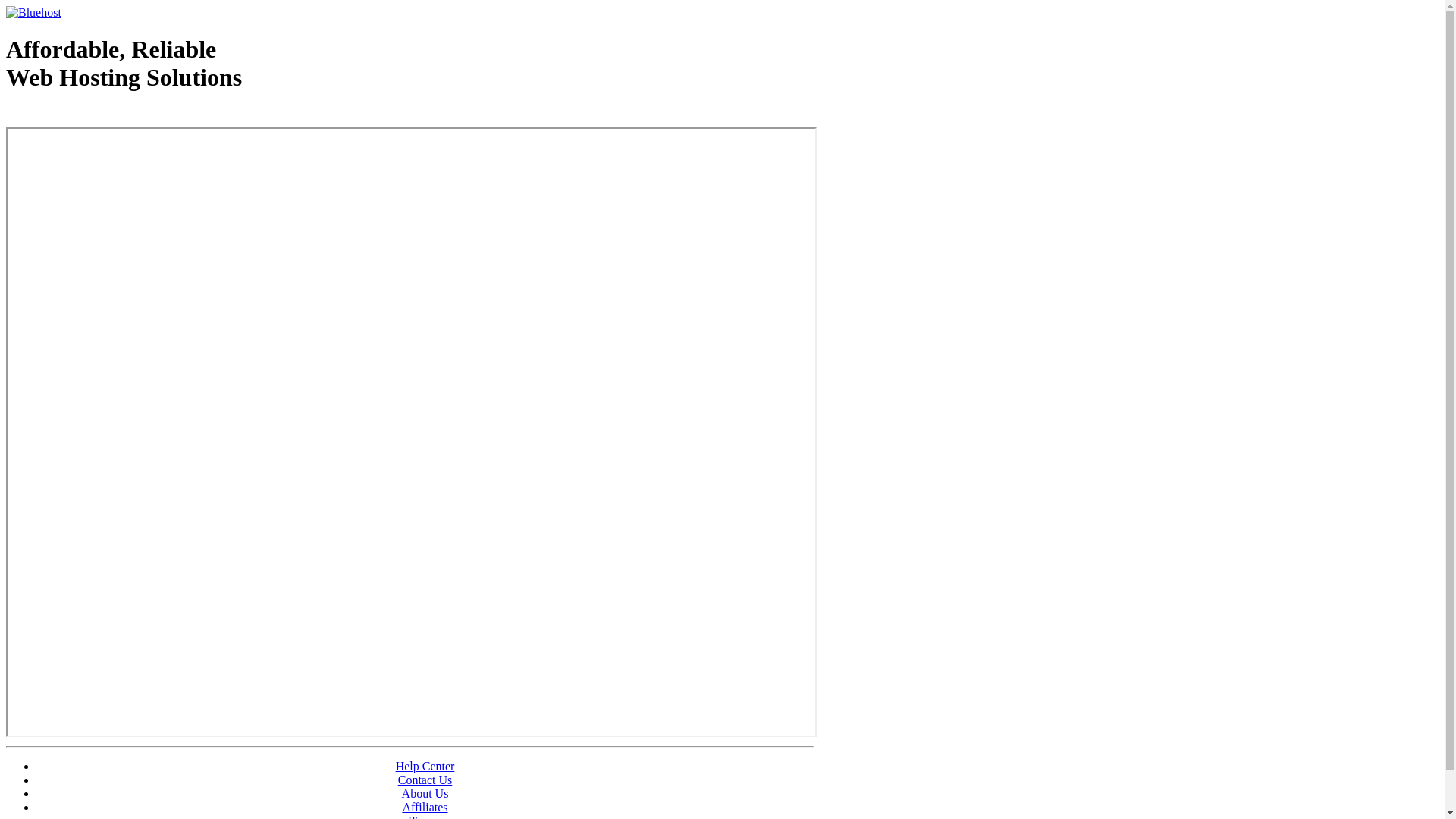 The width and height of the screenshot is (1456, 819). I want to click on 'Contact Us', so click(397, 780).